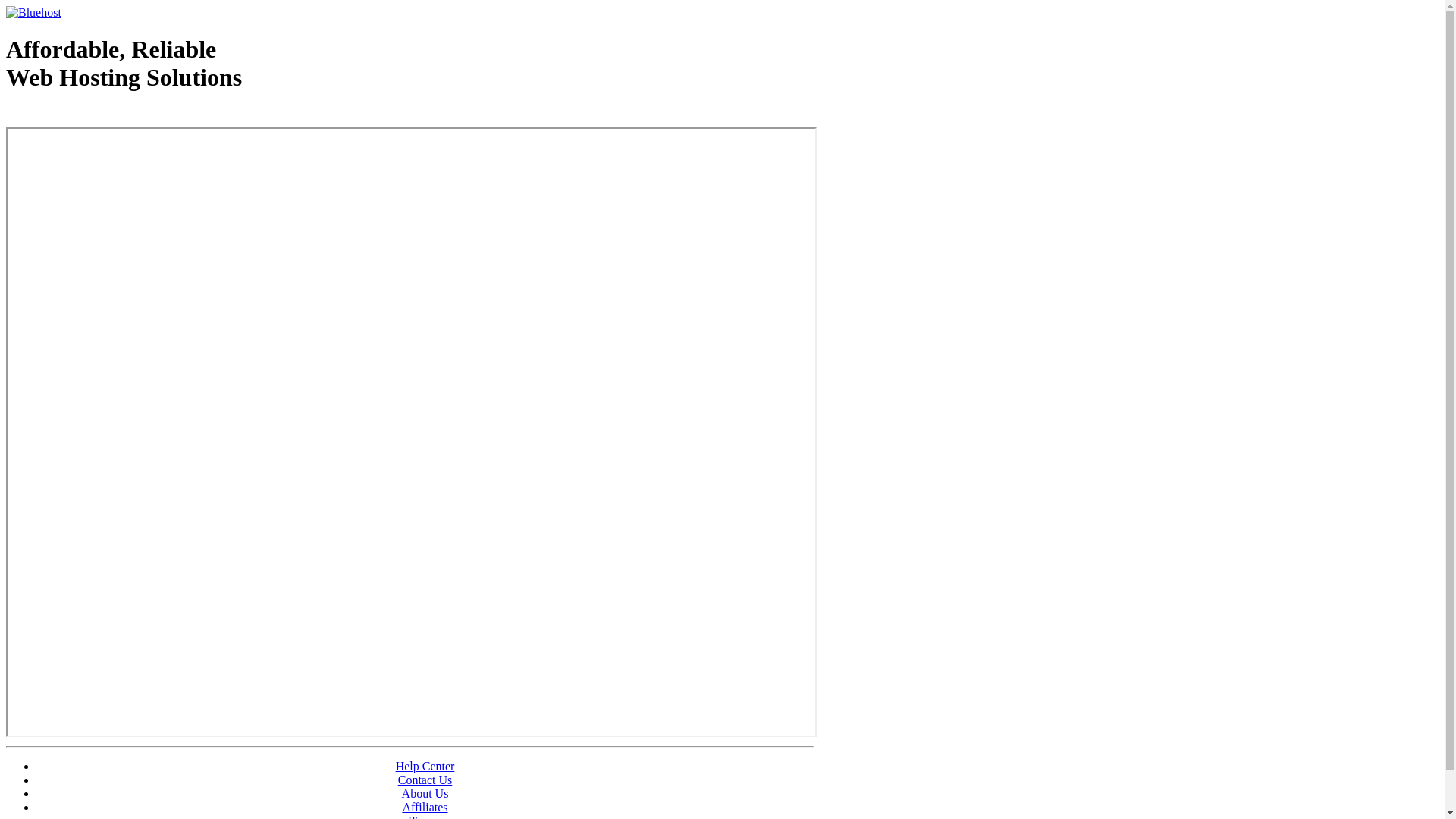 The width and height of the screenshot is (1456, 819). I want to click on 'Contact Us', so click(397, 780).